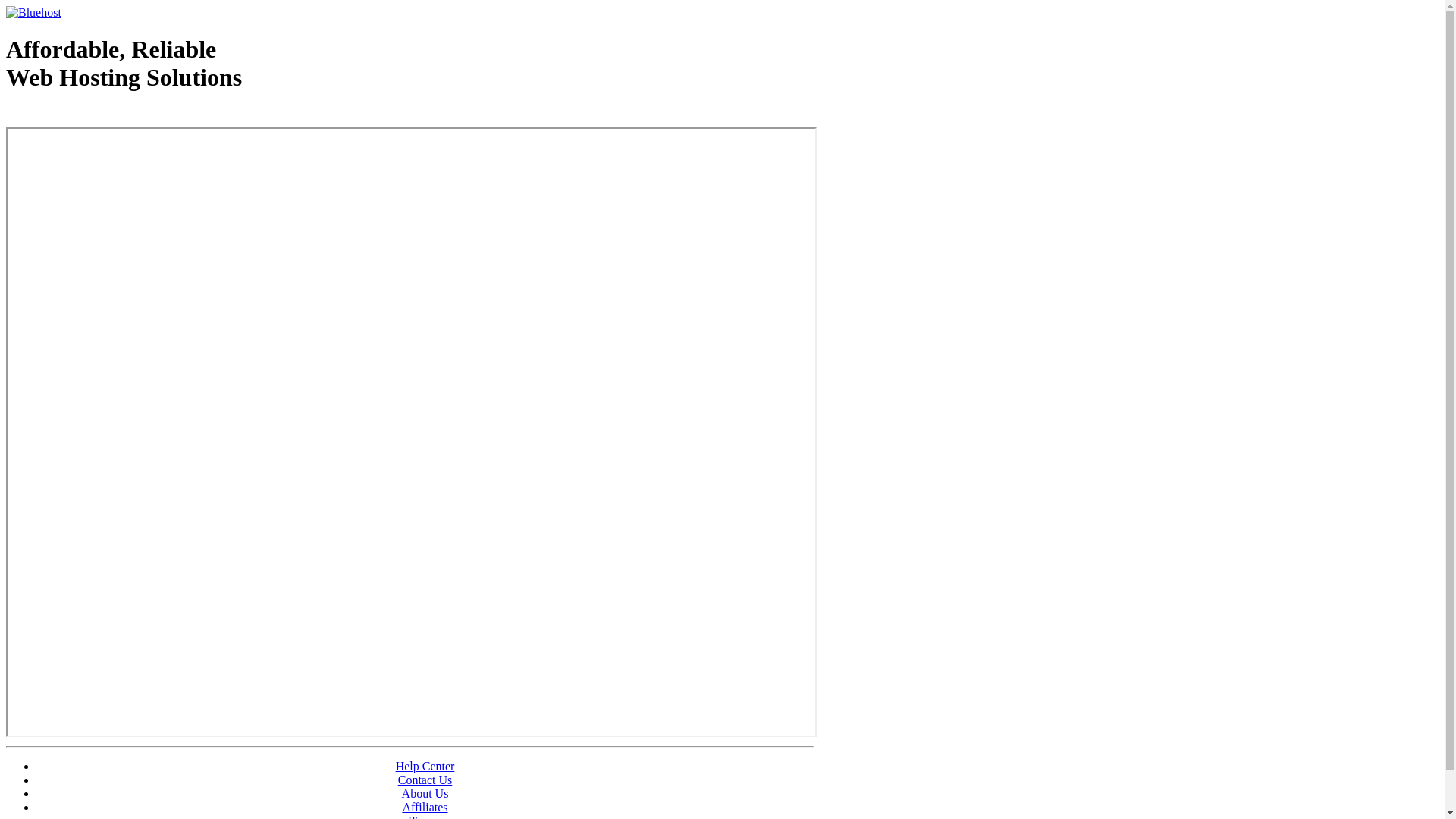 The width and height of the screenshot is (1456, 819). I want to click on 'Contact Us', so click(397, 780).